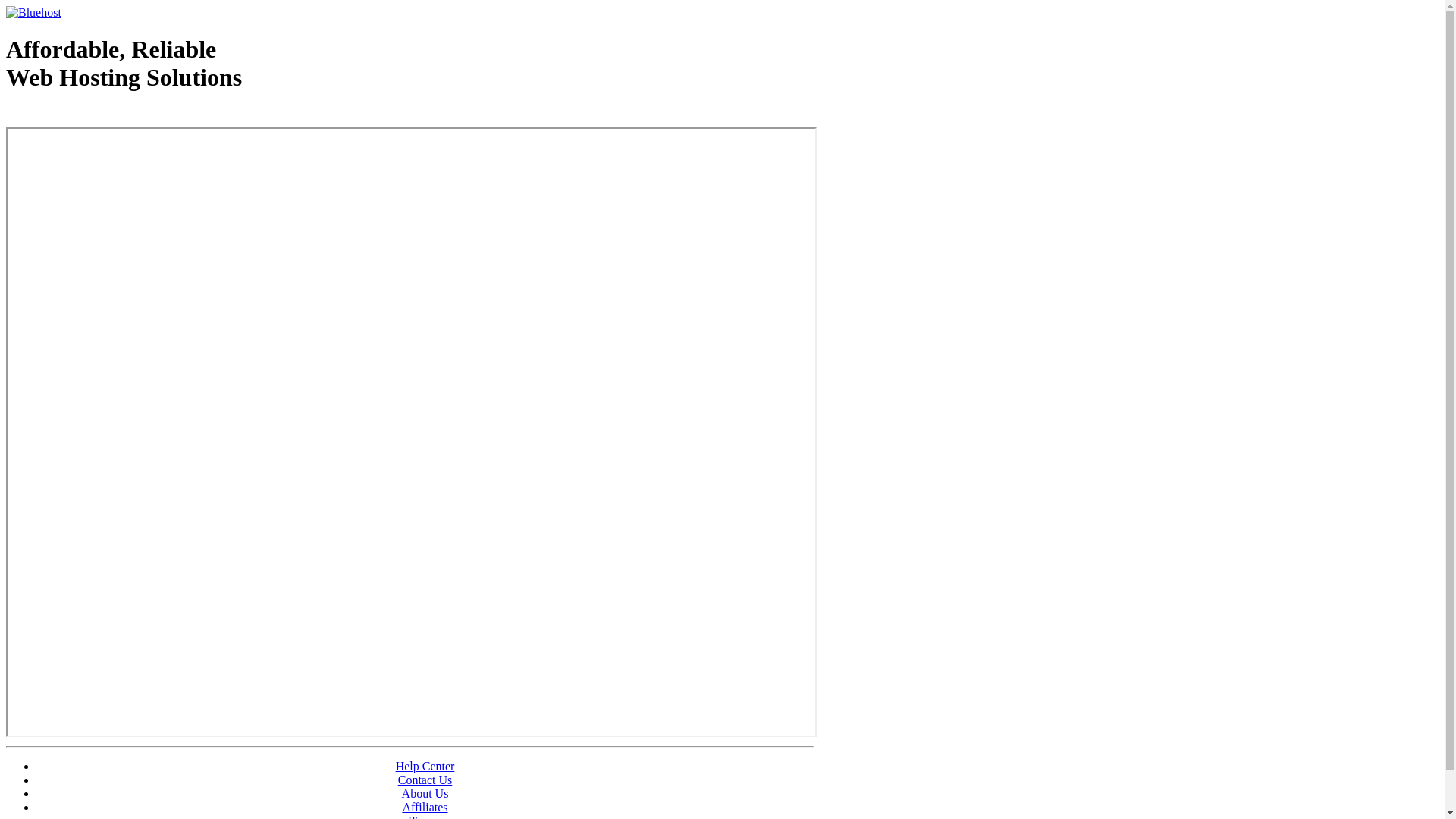 The width and height of the screenshot is (1456, 819). I want to click on 'Contact Us', so click(397, 780).